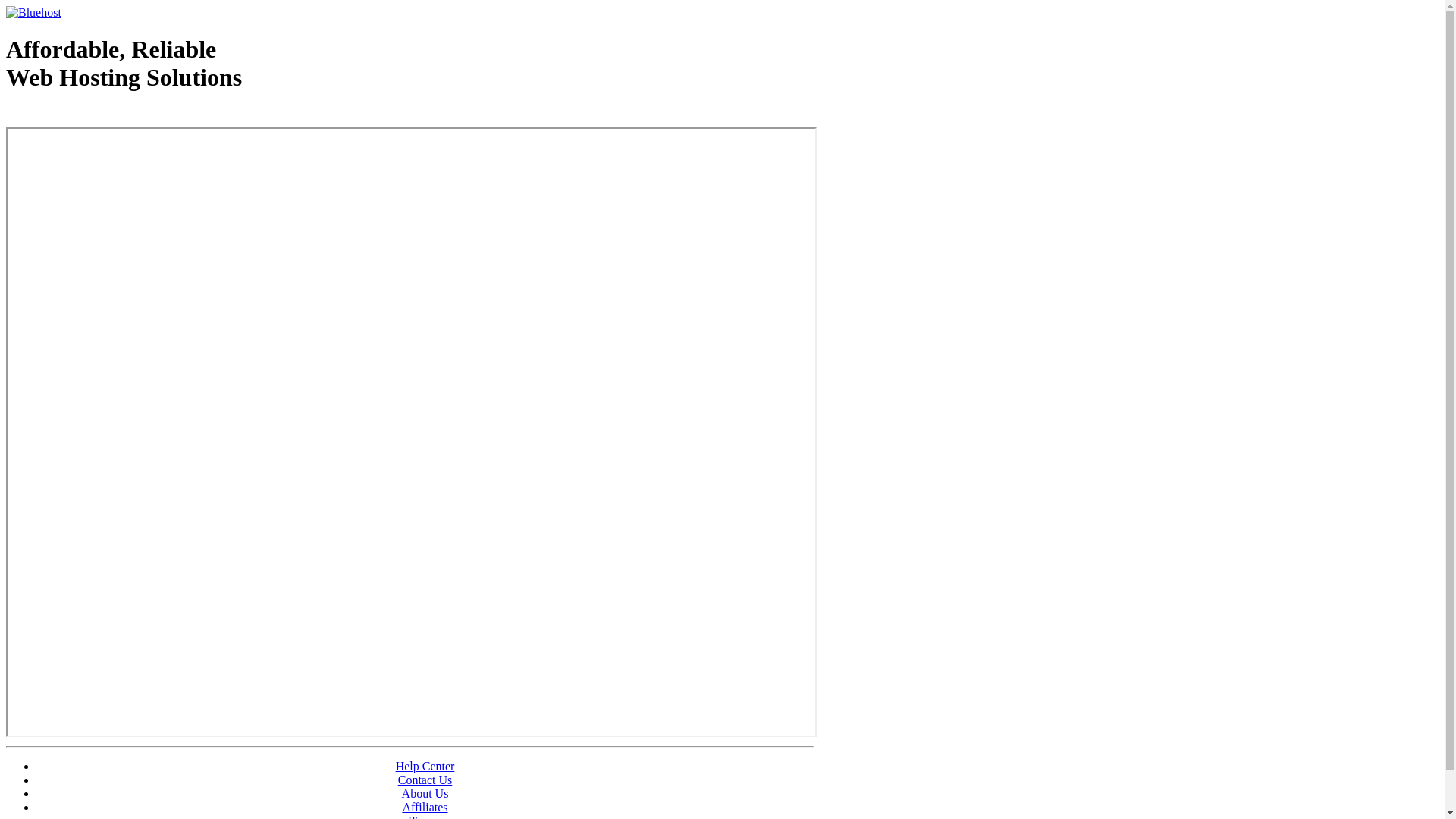 The width and height of the screenshot is (1456, 819). I want to click on 'Contact Us', so click(397, 780).